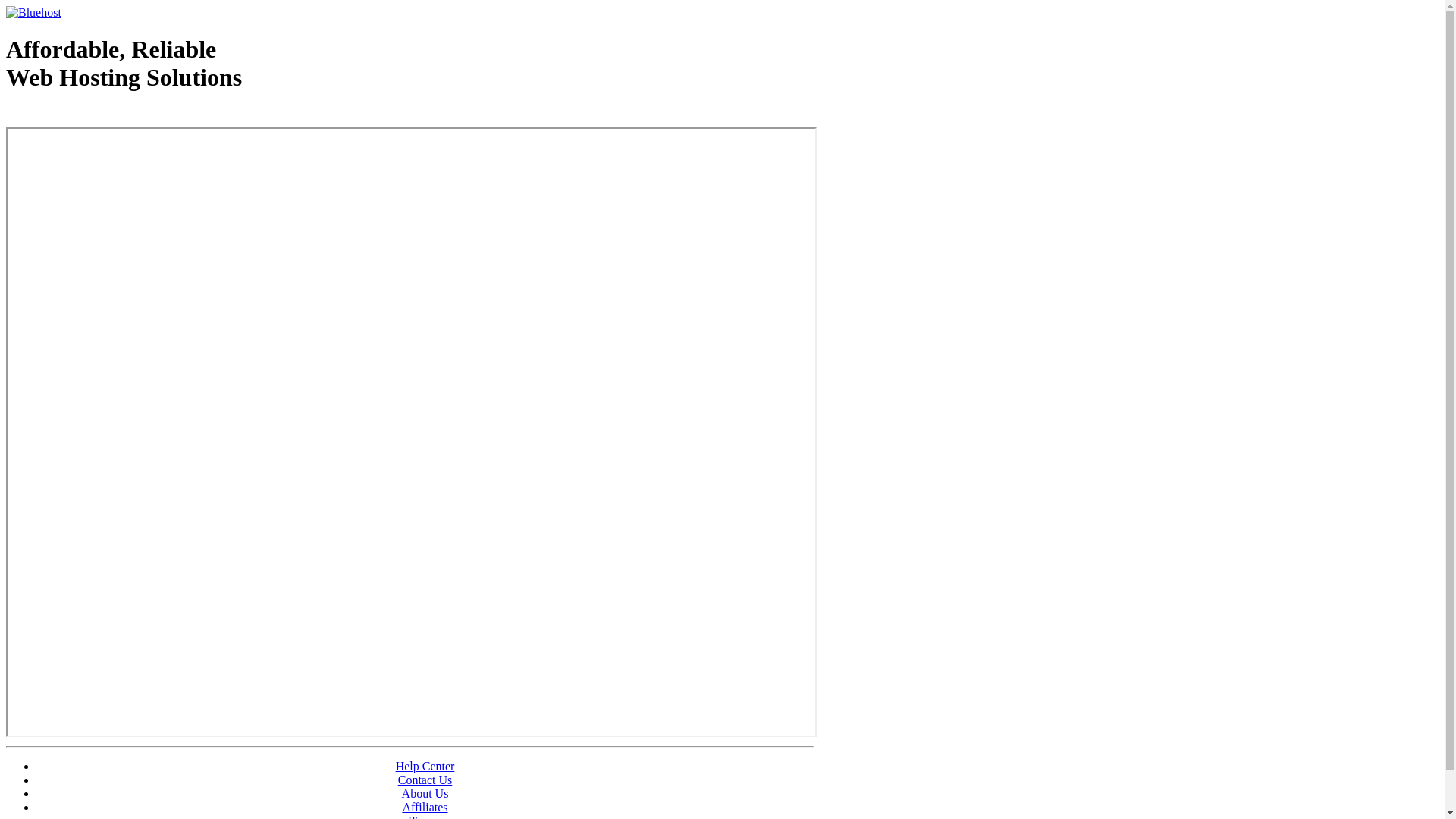 The width and height of the screenshot is (1456, 819). I want to click on 'Contact Us', so click(397, 780).